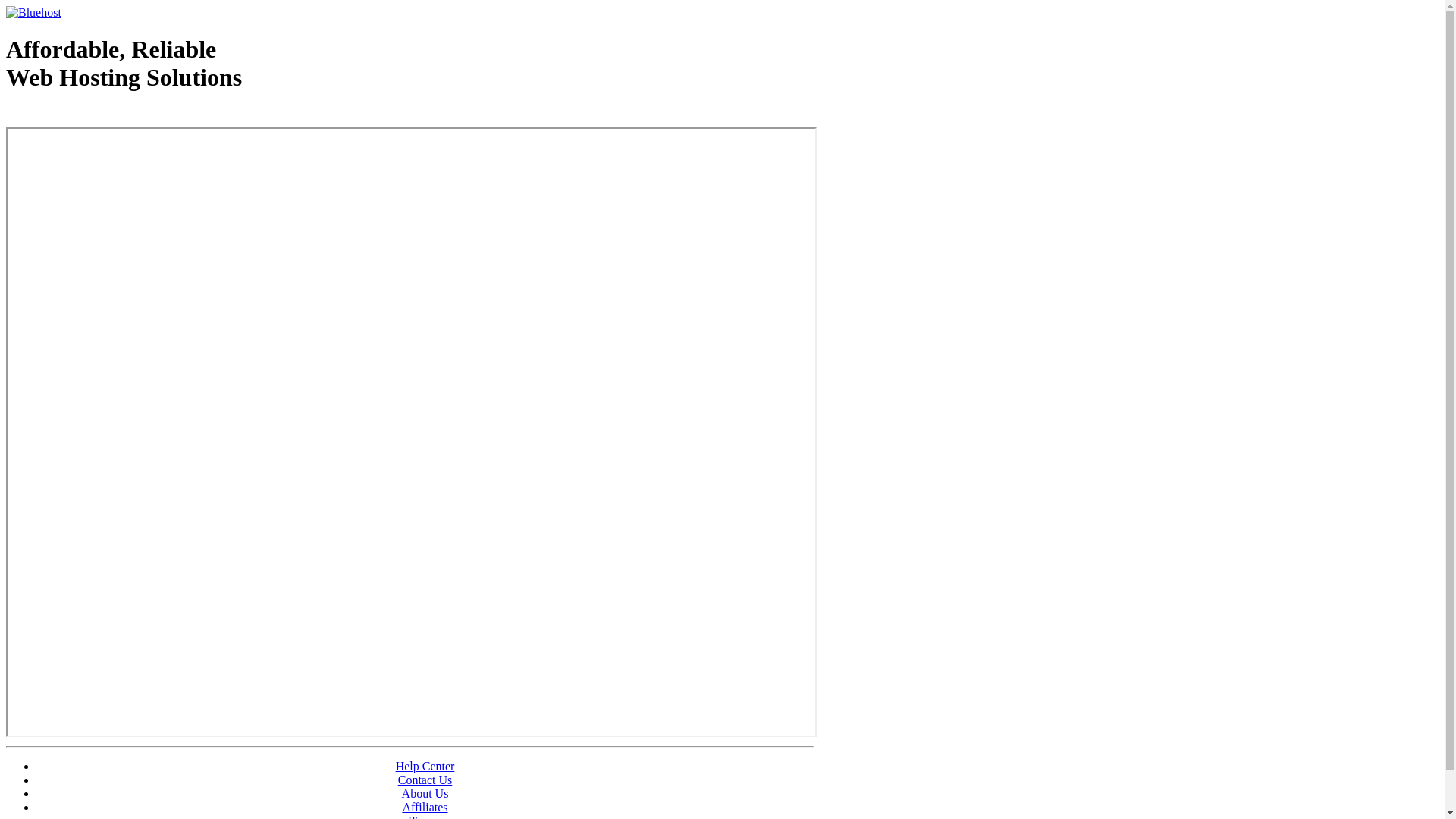 The width and height of the screenshot is (1456, 819). I want to click on 'Contact Us', so click(397, 780).